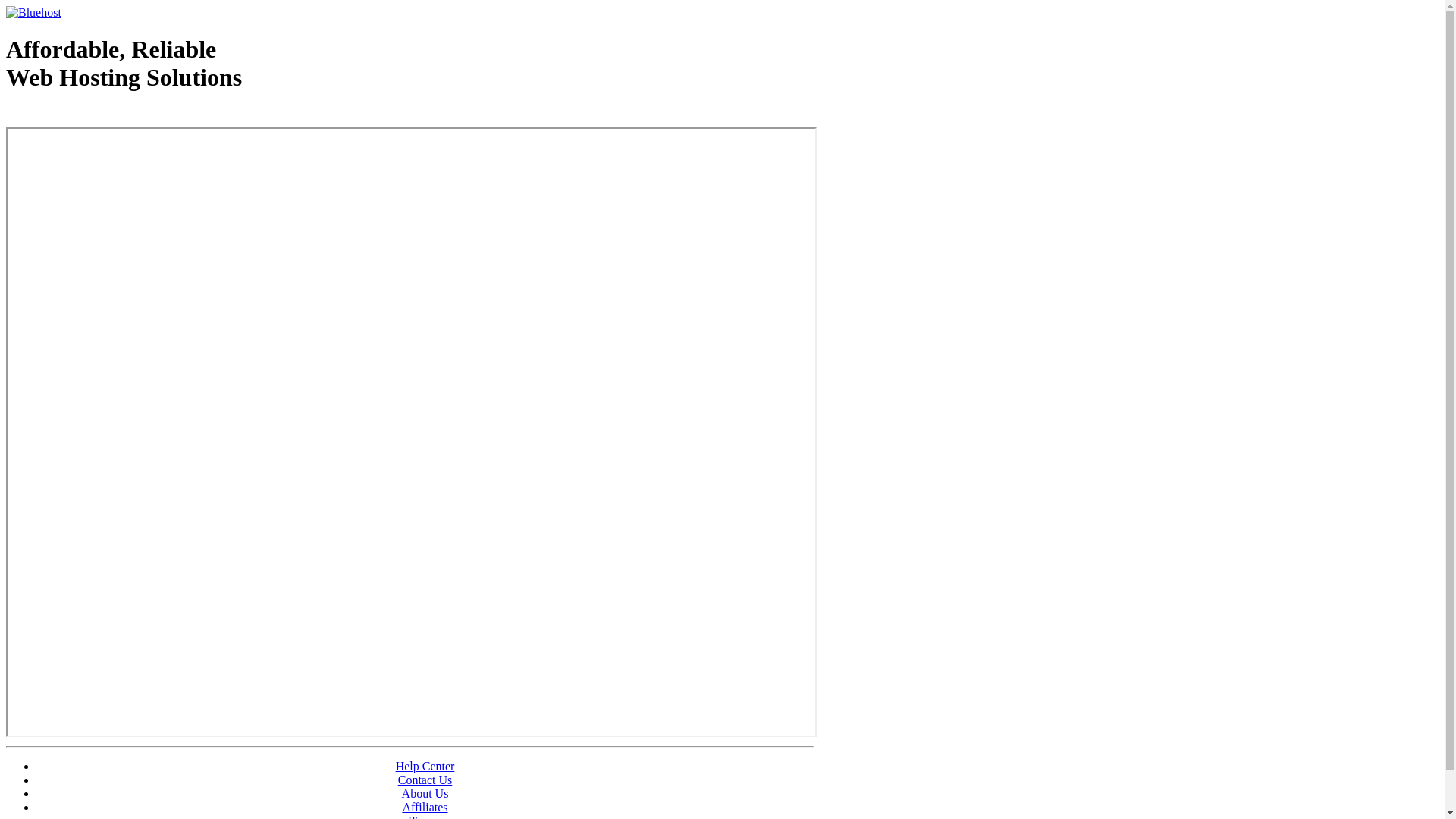 The width and height of the screenshot is (1456, 819). I want to click on 'Contact Us', so click(397, 780).